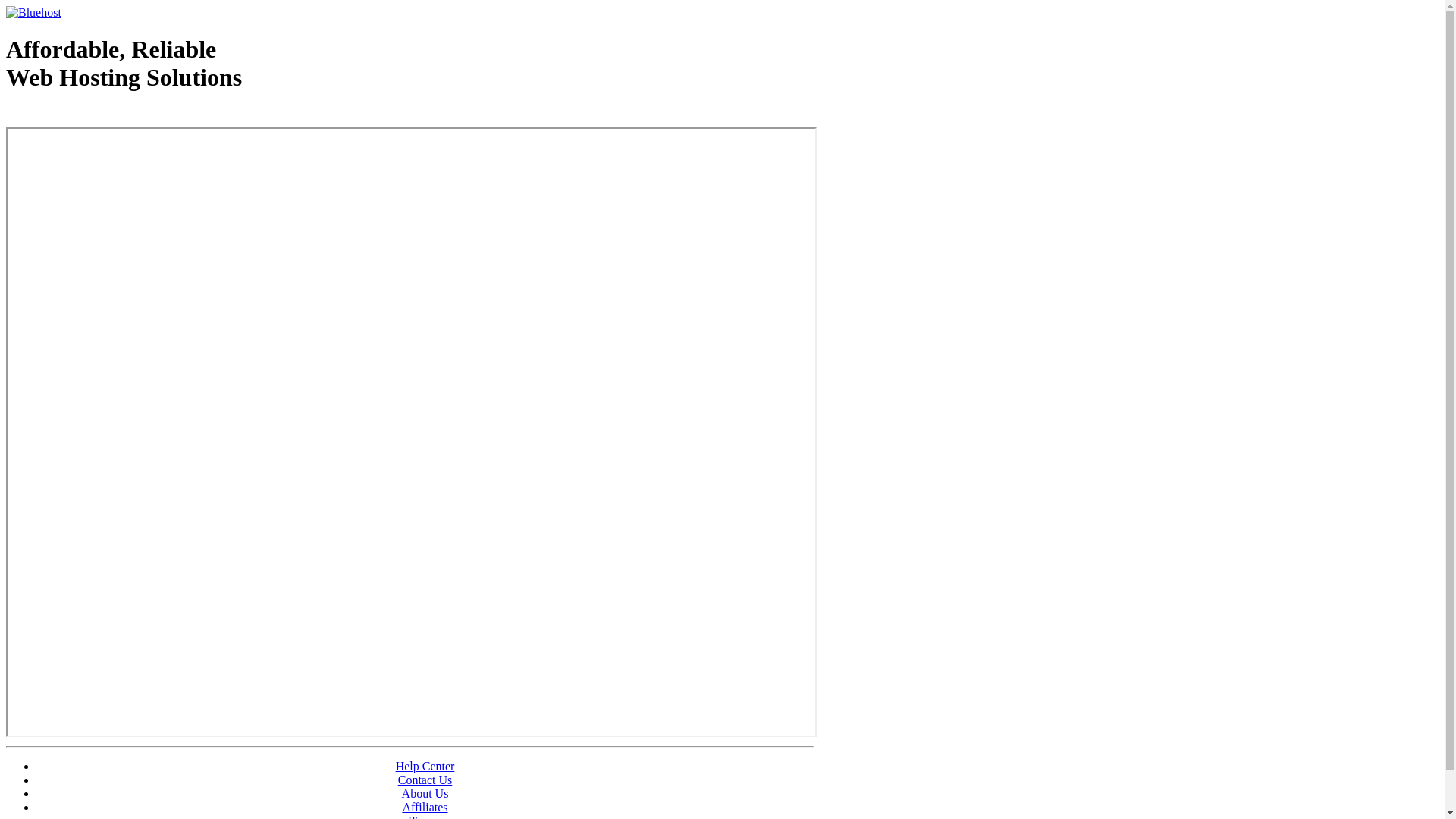 The width and height of the screenshot is (1456, 819). I want to click on 'Contact Us', so click(397, 780).